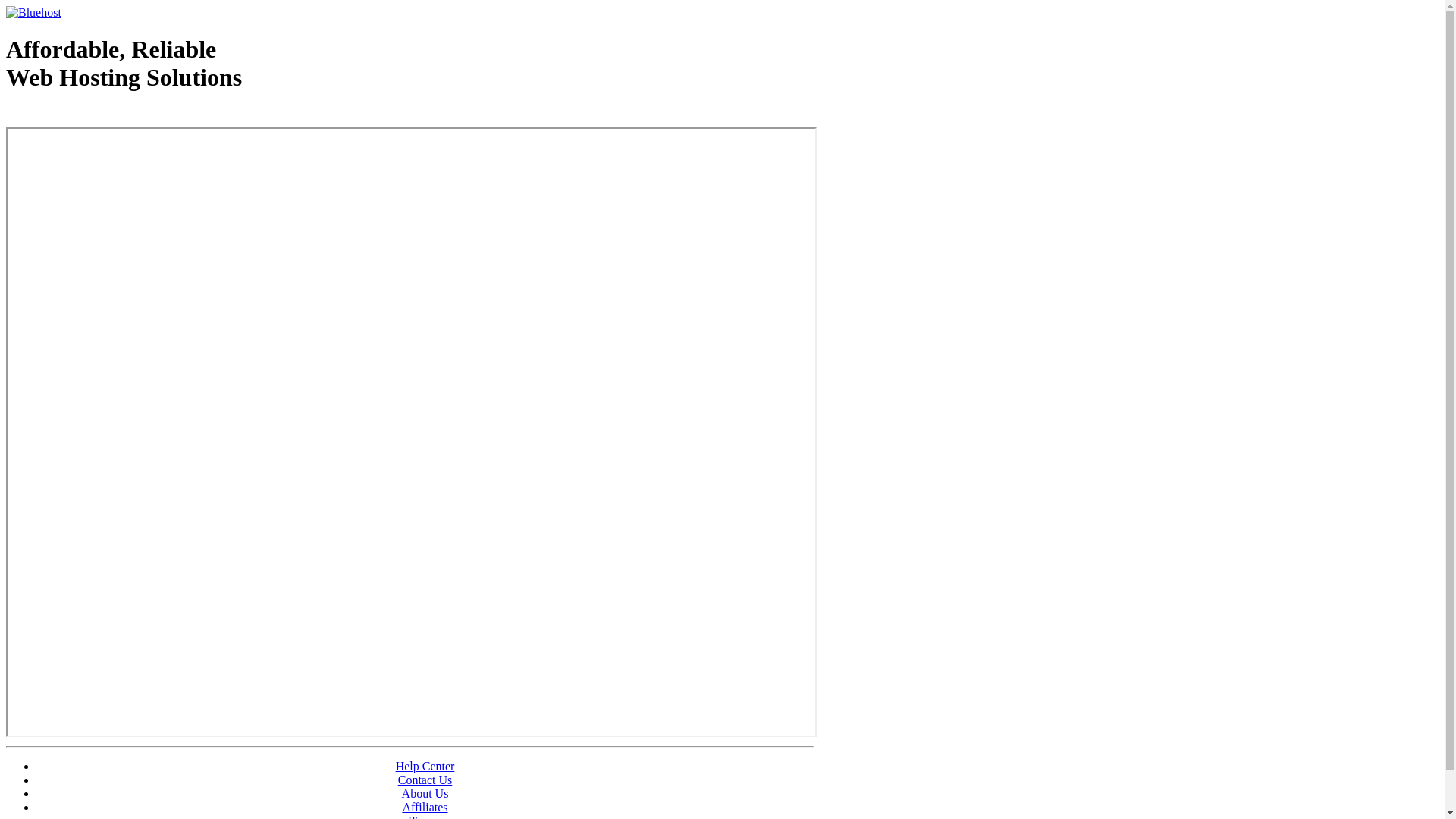 The width and height of the screenshot is (1456, 819). I want to click on 'Contact Us', so click(397, 780).